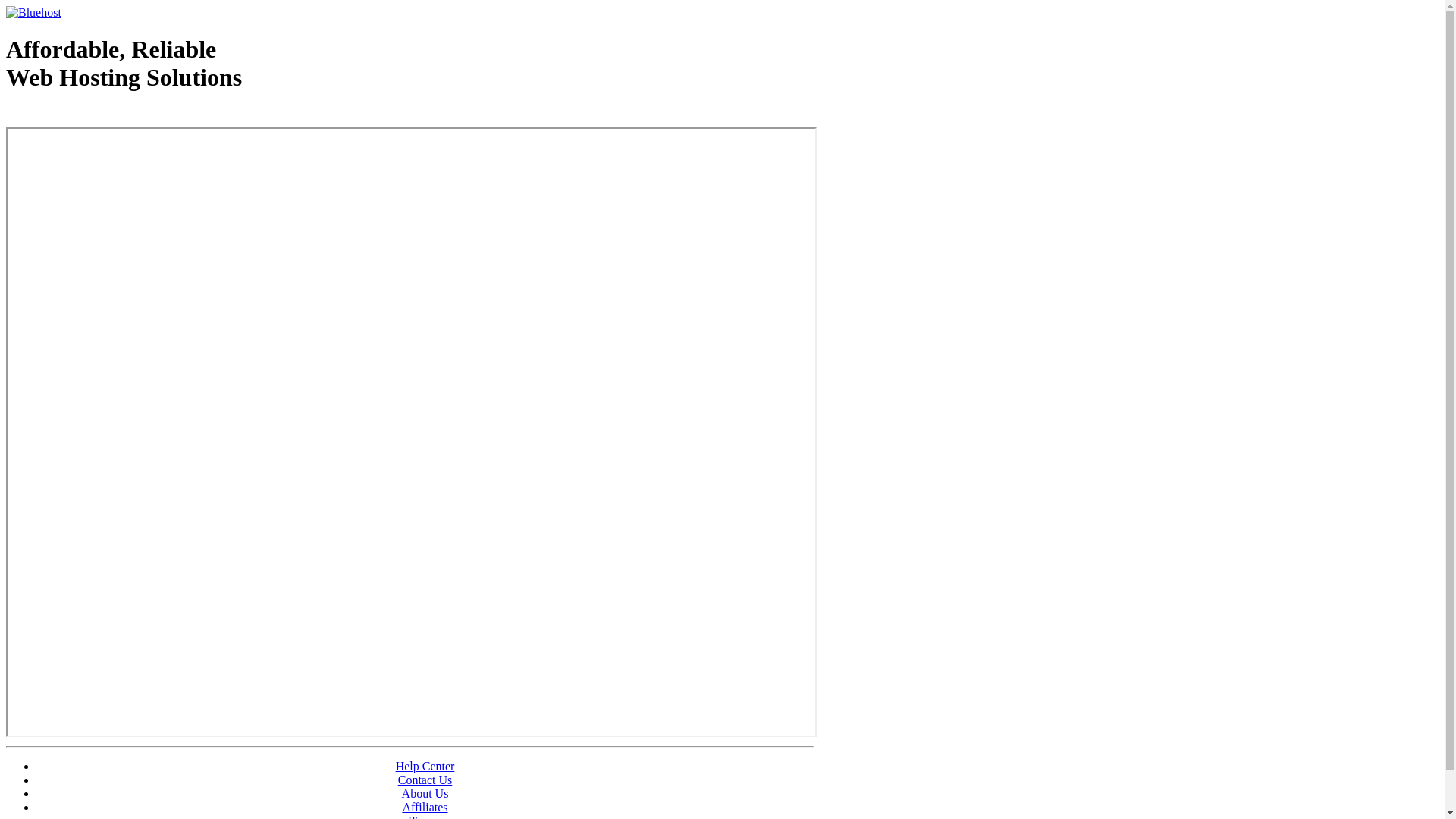 The width and height of the screenshot is (1456, 819). I want to click on 'Contact Us', so click(397, 780).